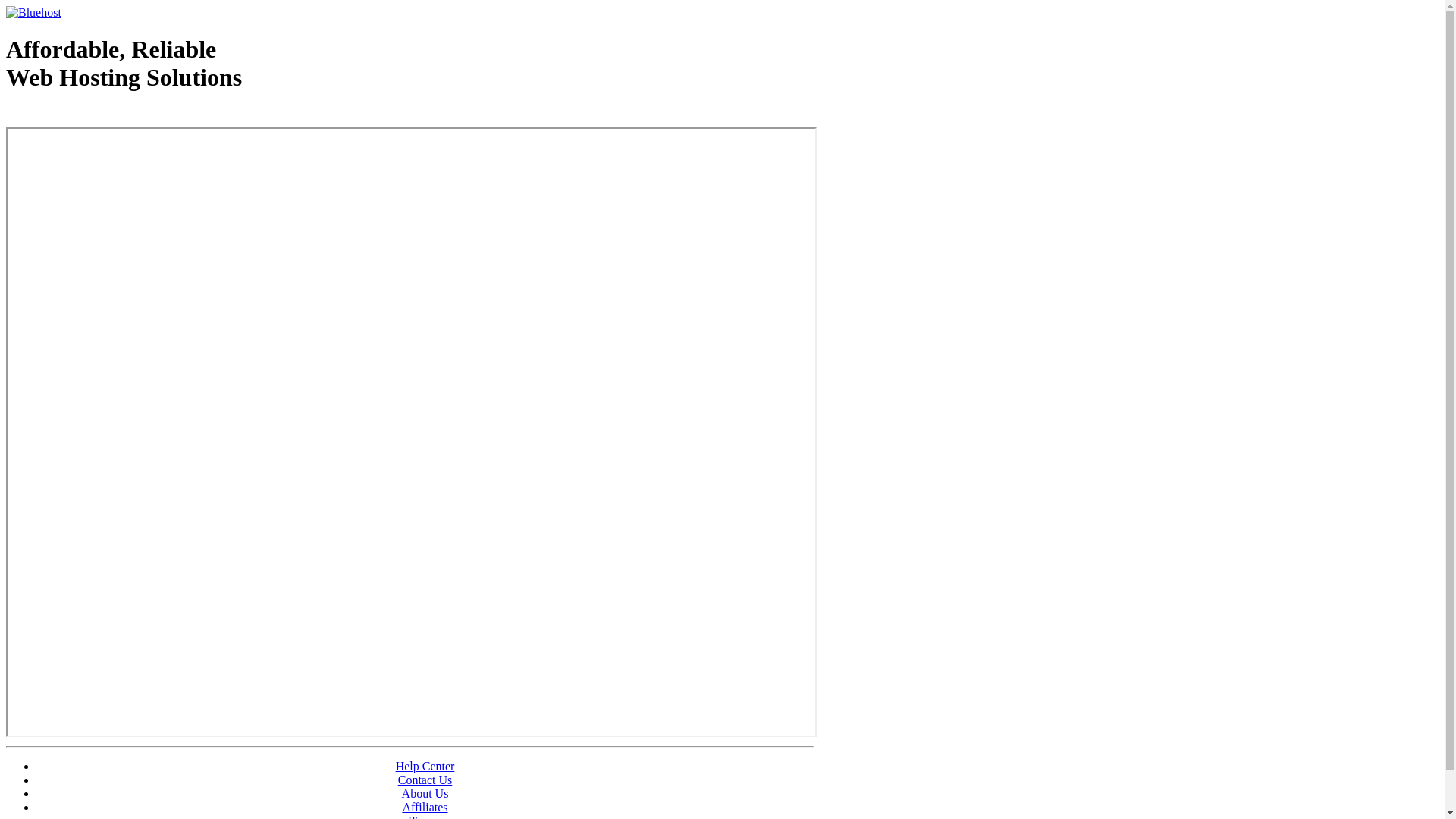 The width and height of the screenshot is (1456, 819). I want to click on 'Contact Us', so click(397, 780).